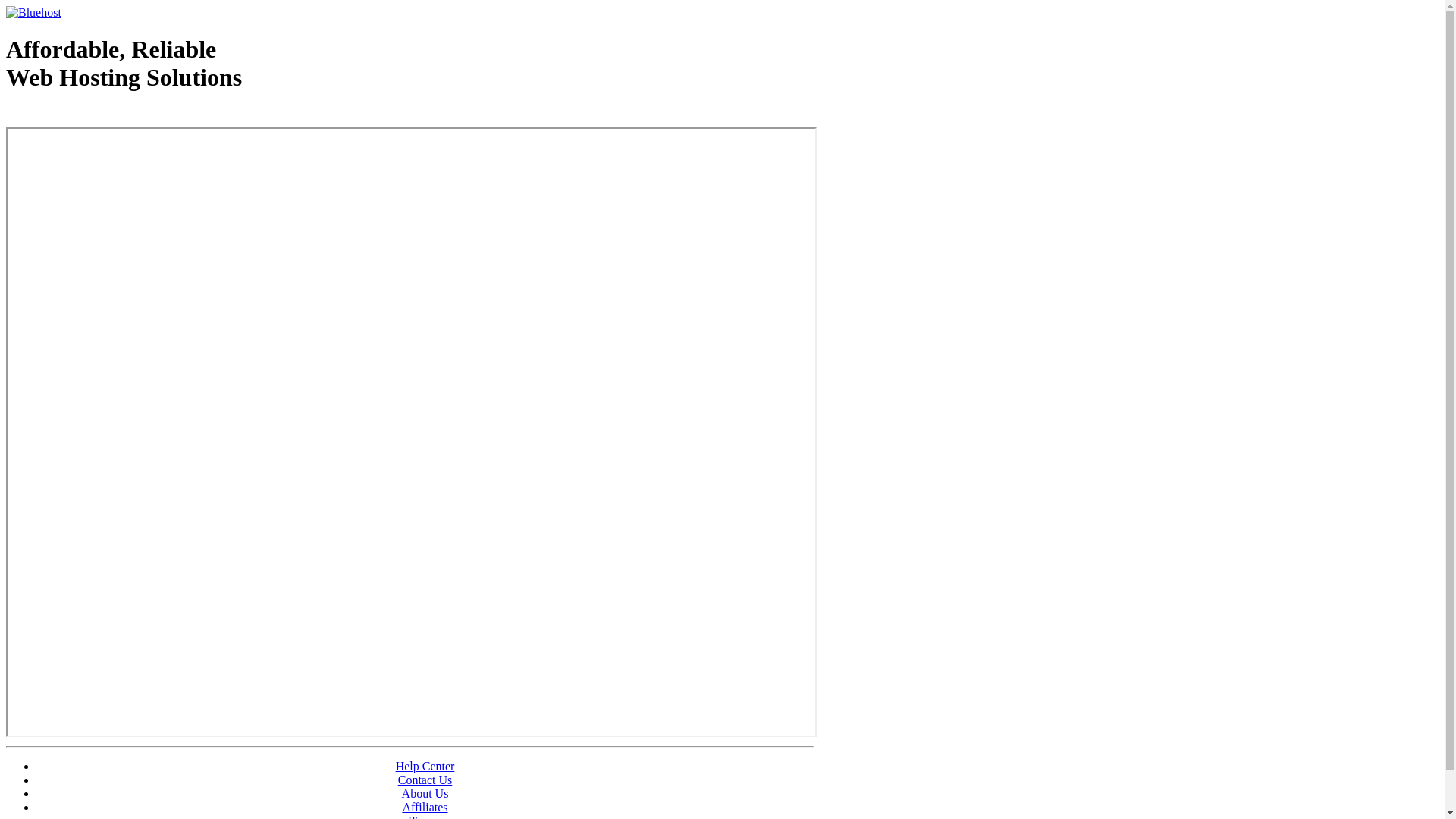 The width and height of the screenshot is (1456, 819). I want to click on 'Contact Us', so click(397, 780).